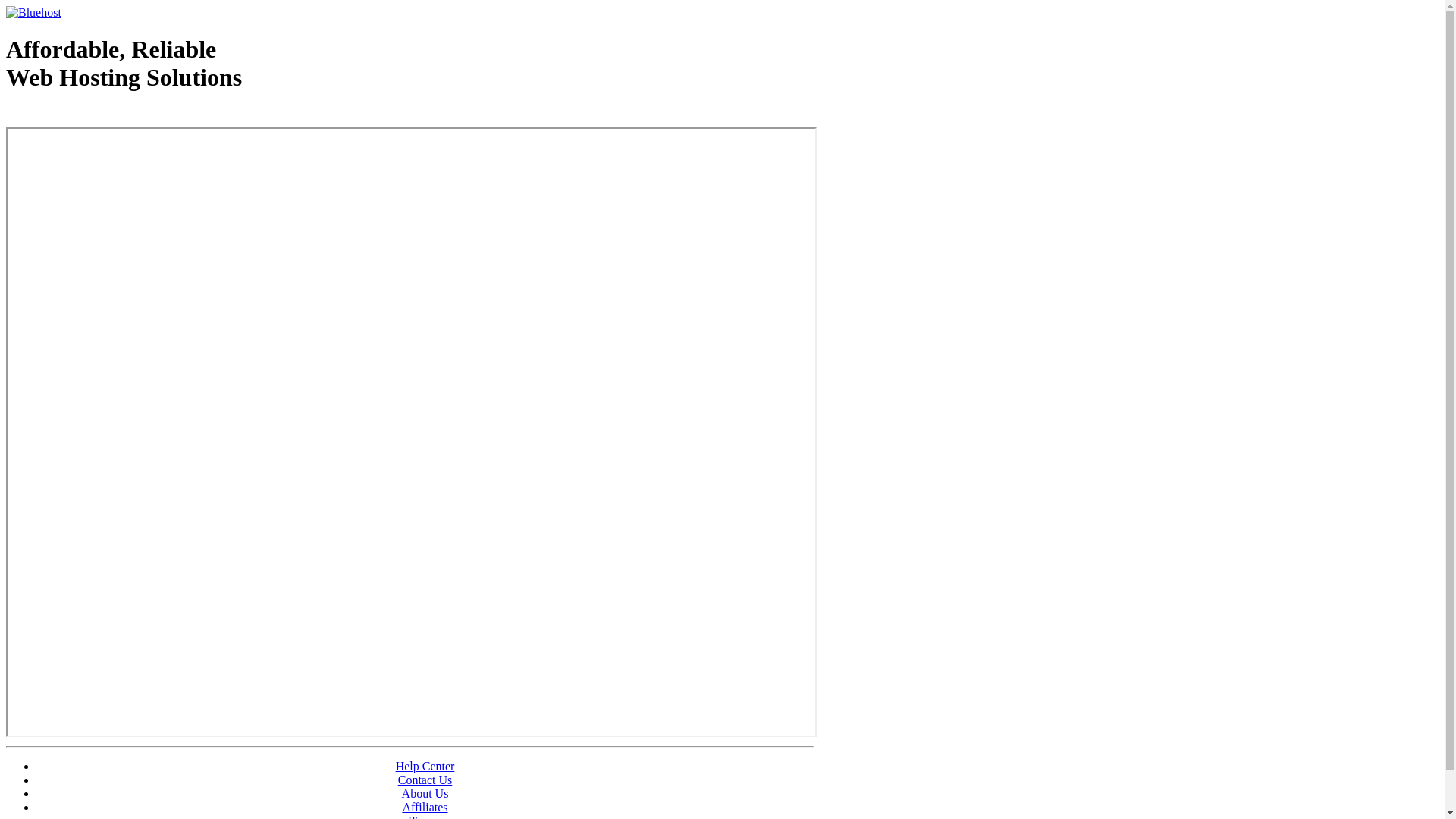 The width and height of the screenshot is (1456, 819). I want to click on 'Contact Us', so click(397, 780).